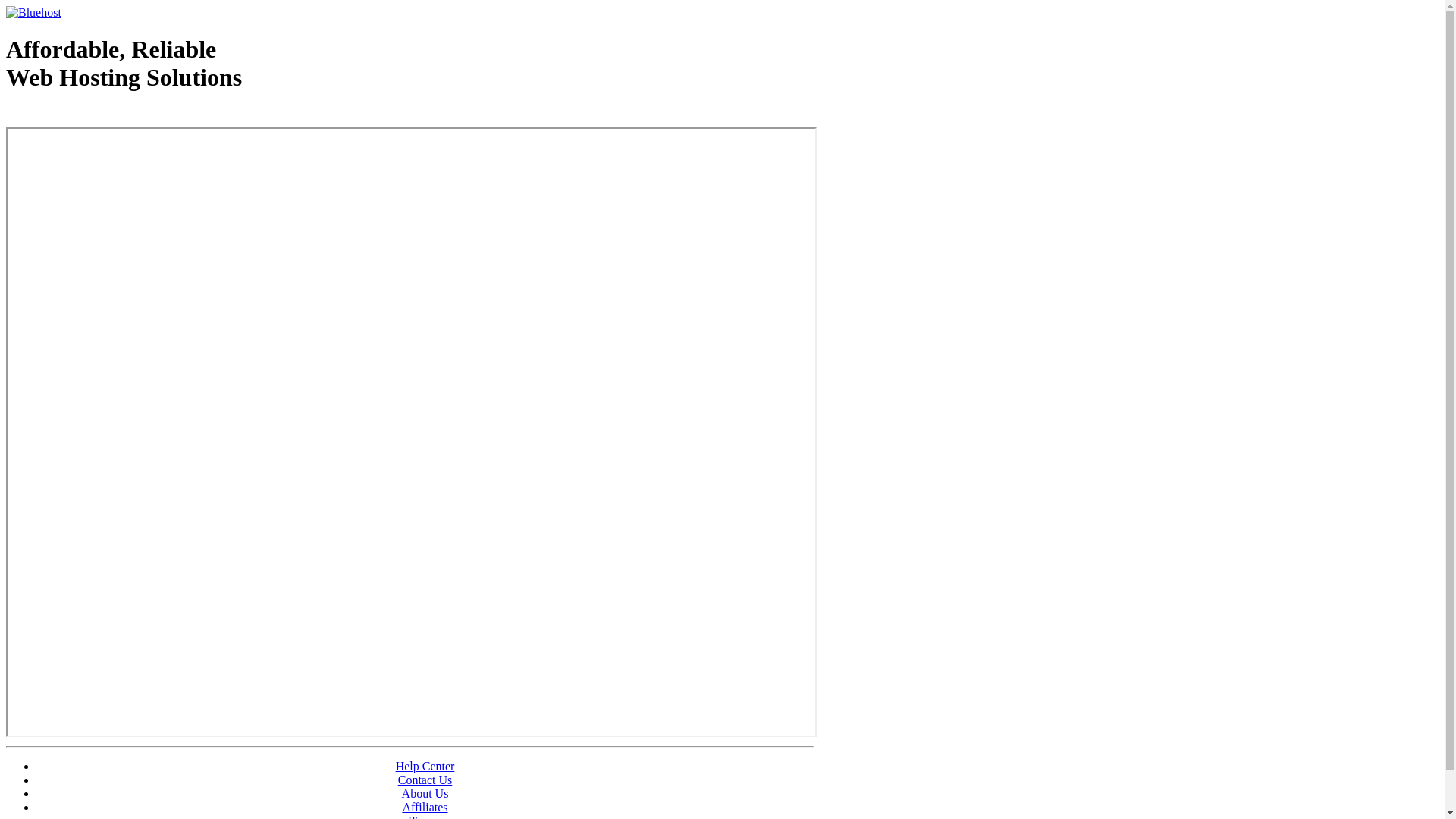 The width and height of the screenshot is (1456, 819). I want to click on 'Contact Us', so click(397, 780).